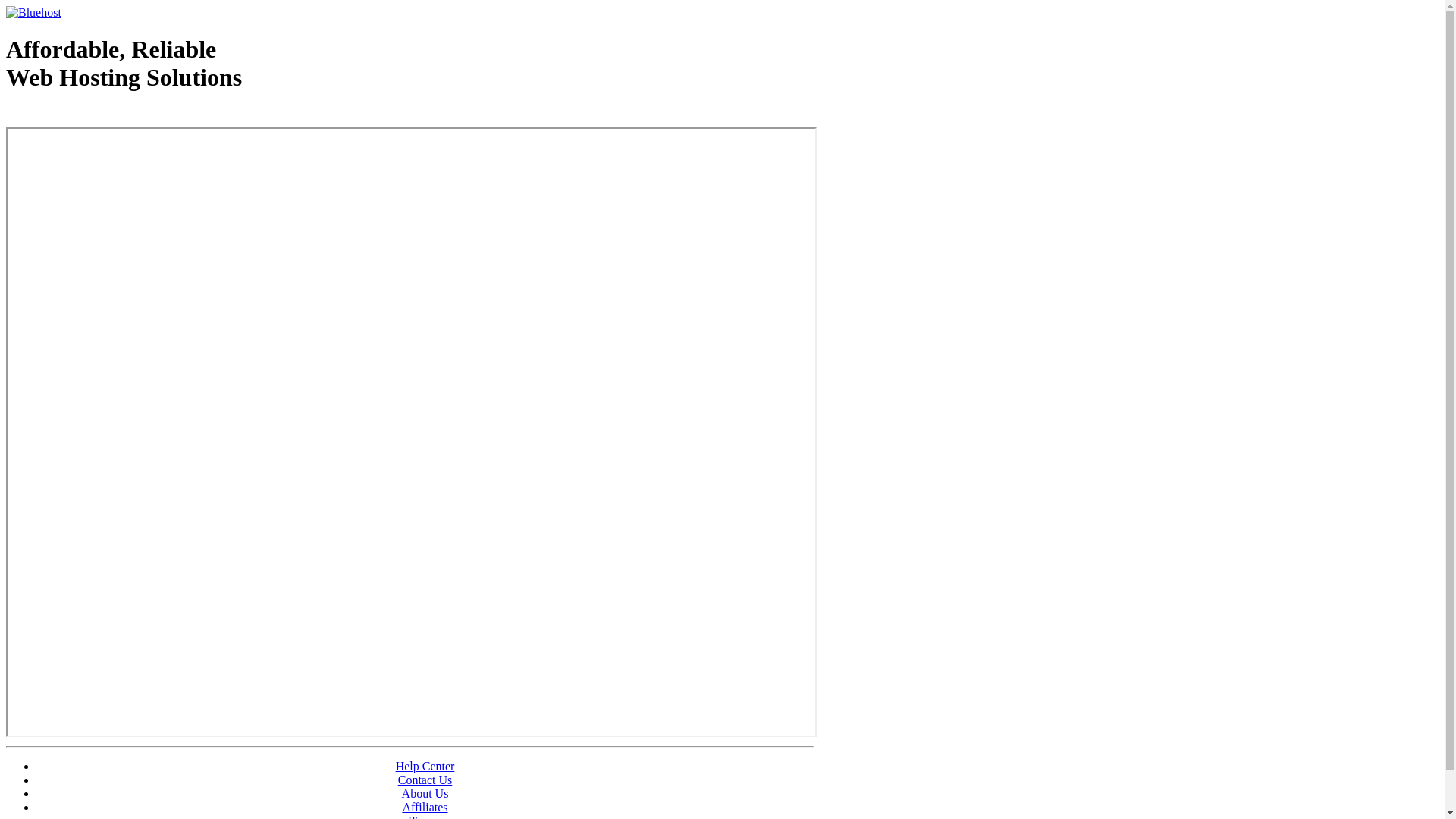 The width and height of the screenshot is (1456, 819). I want to click on 'Contact Us', so click(397, 780).